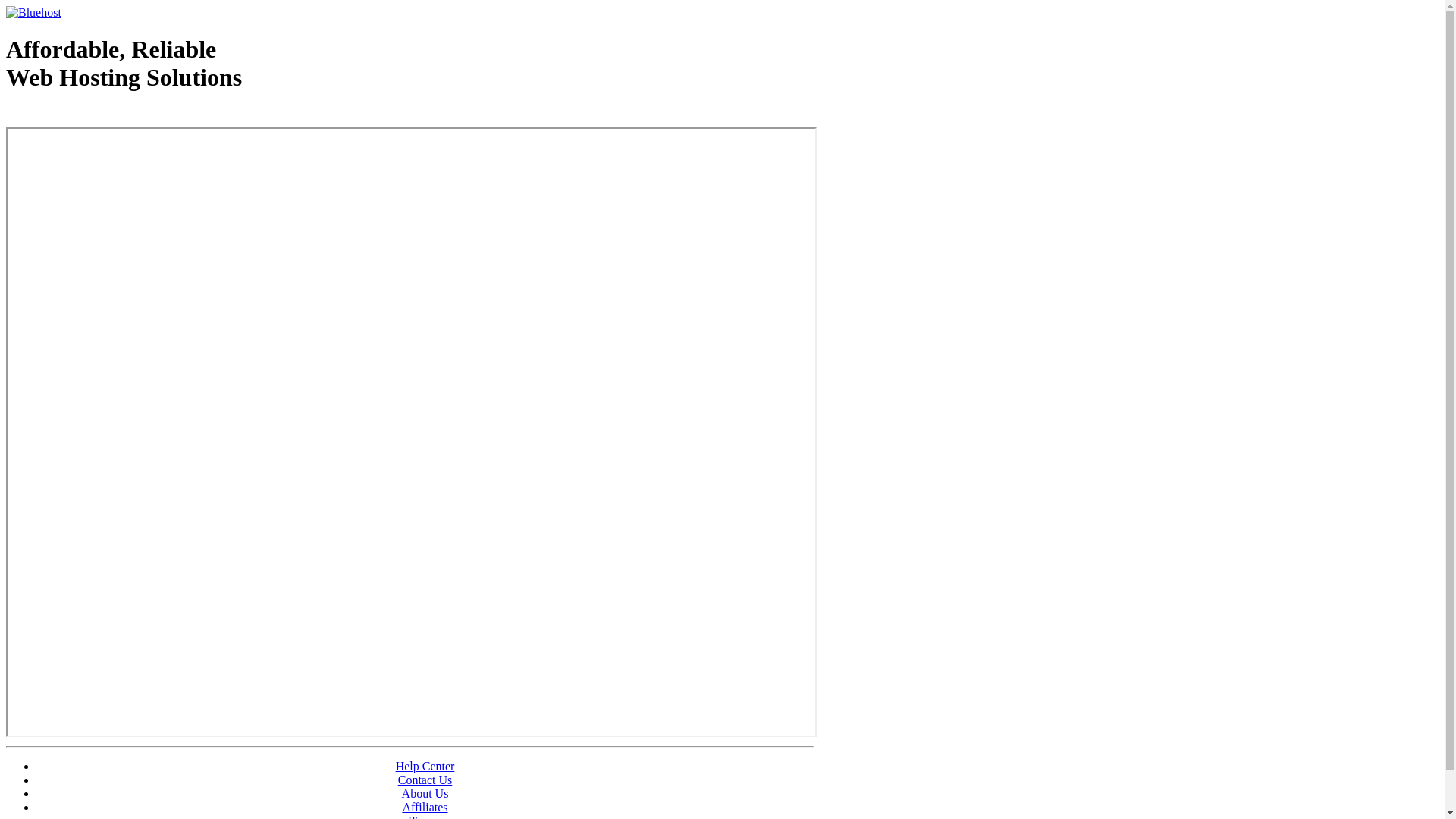 The width and height of the screenshot is (1456, 819). I want to click on 'Contact Us', so click(397, 780).